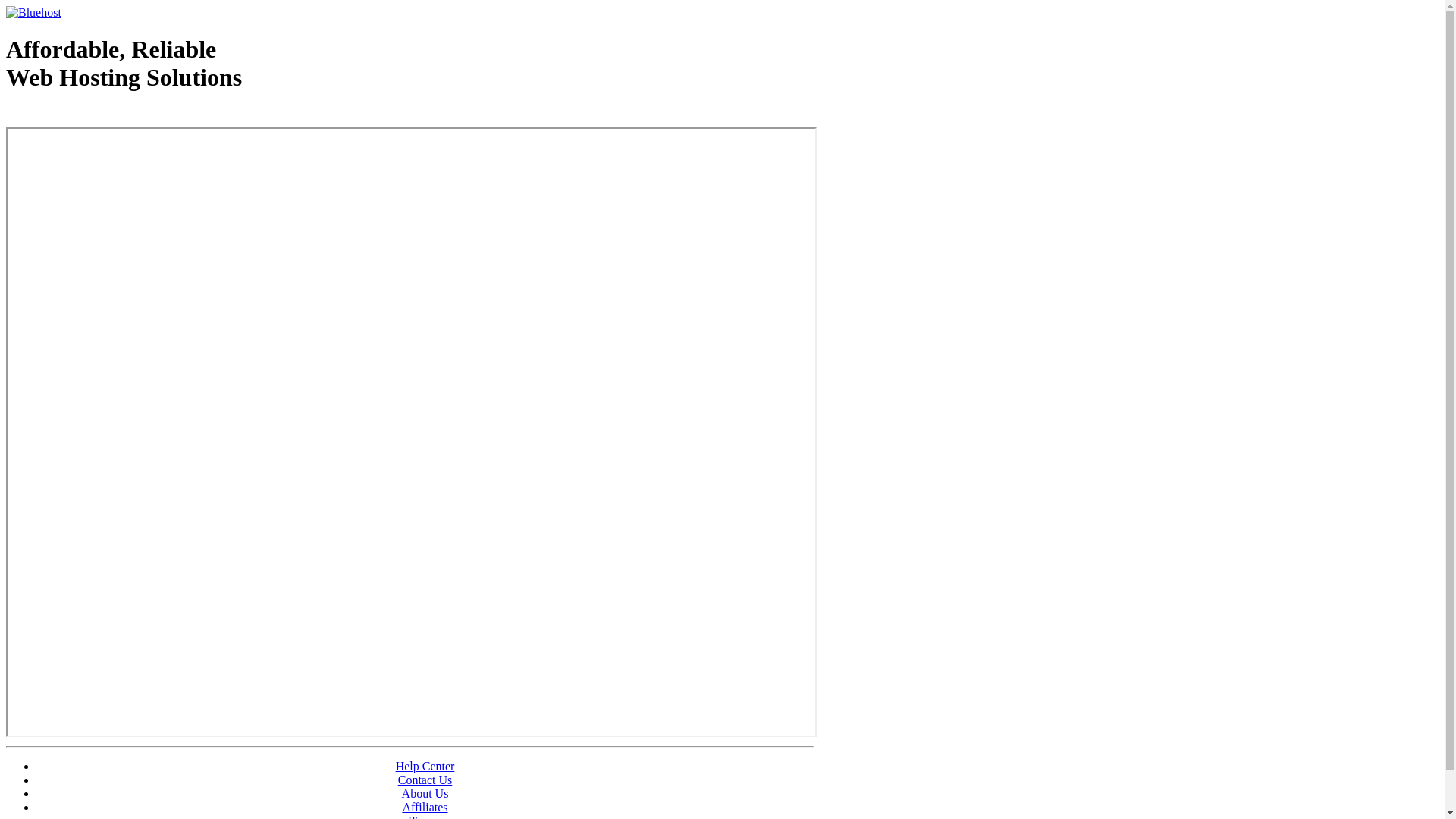 The width and height of the screenshot is (1456, 819). I want to click on 'Contact Us', so click(397, 780).